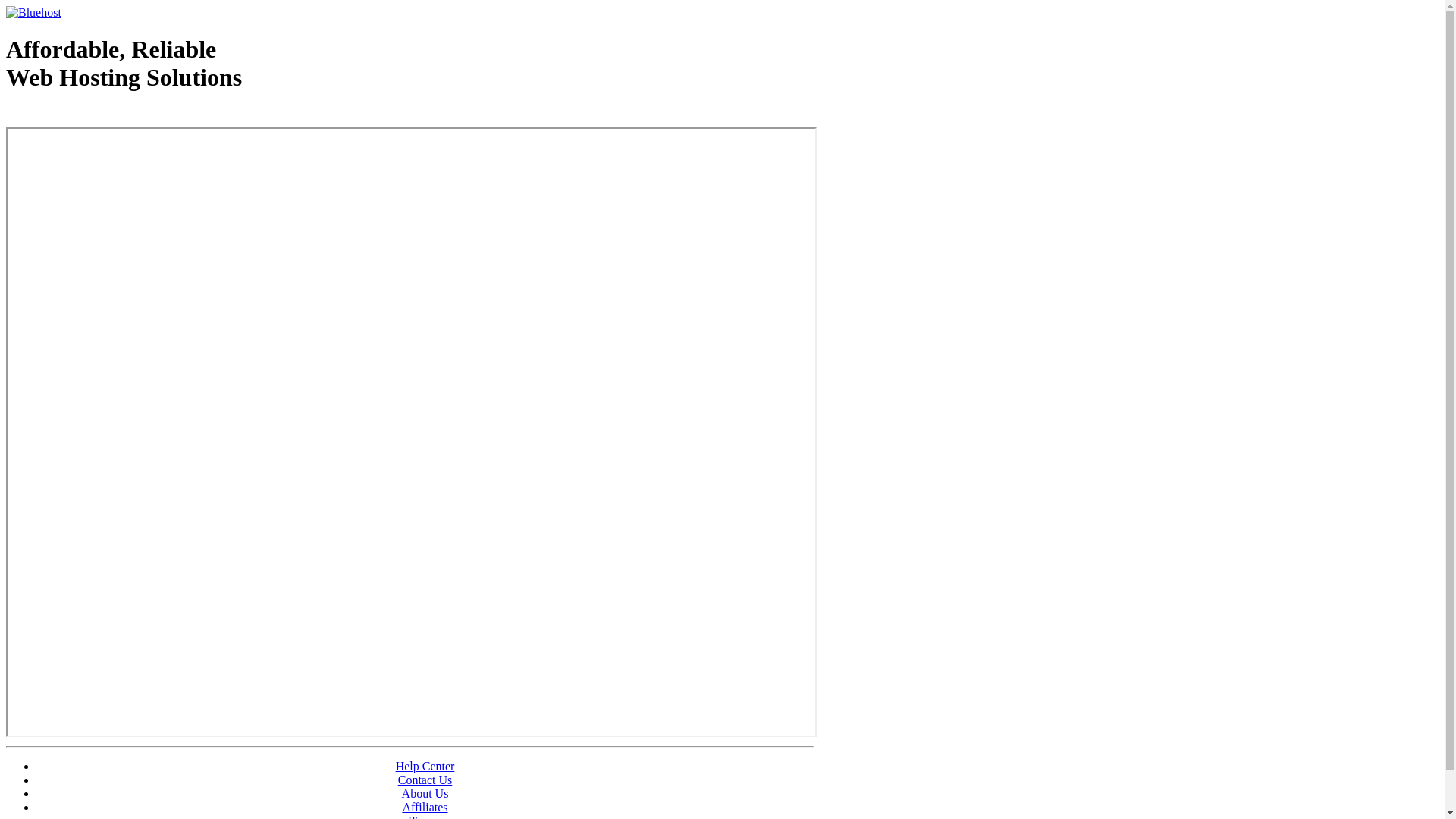 The width and height of the screenshot is (1456, 819). I want to click on 'Contact Us', so click(397, 780).